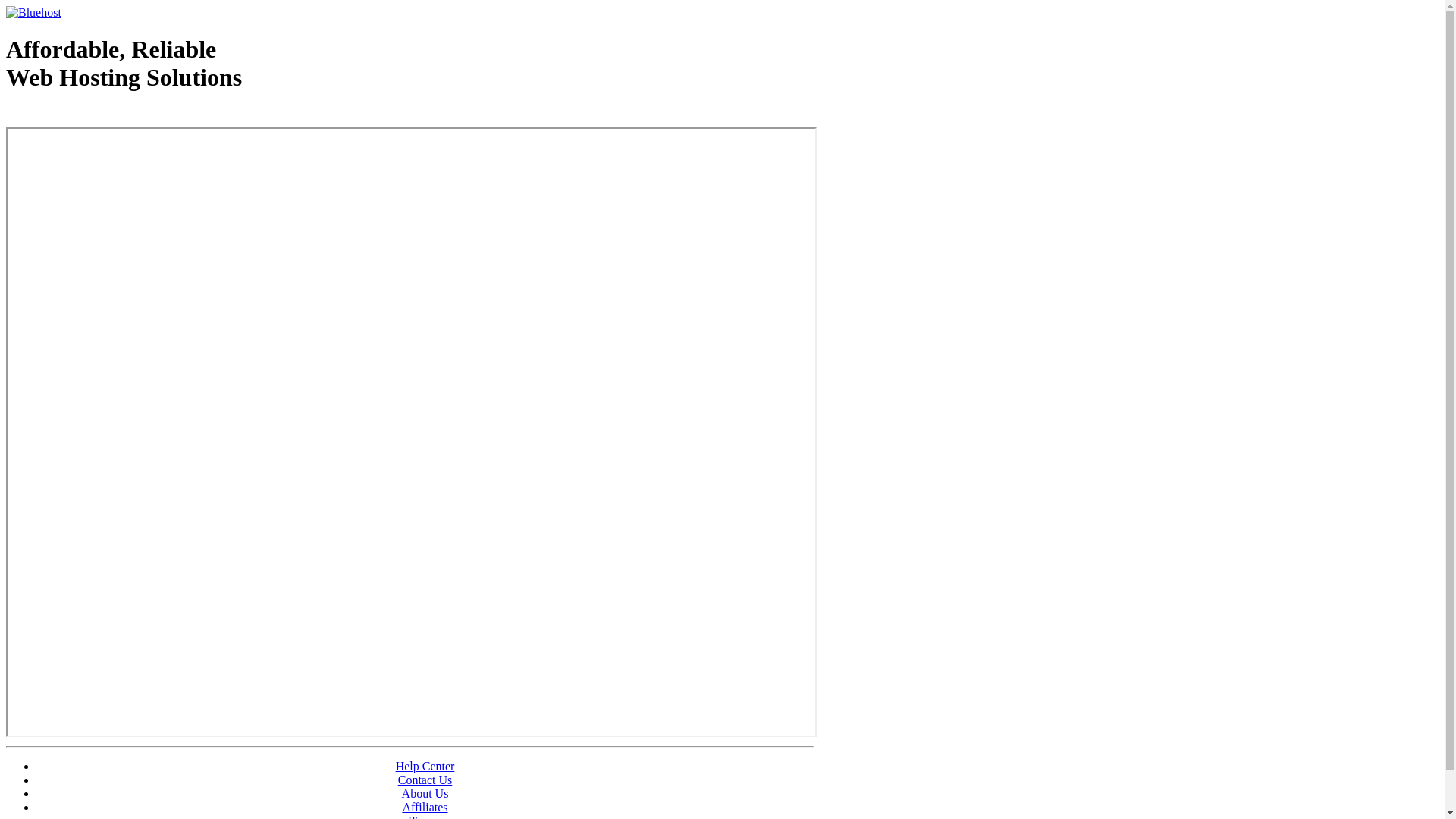 The width and height of the screenshot is (1456, 819). I want to click on 'Contact Us', so click(397, 780).